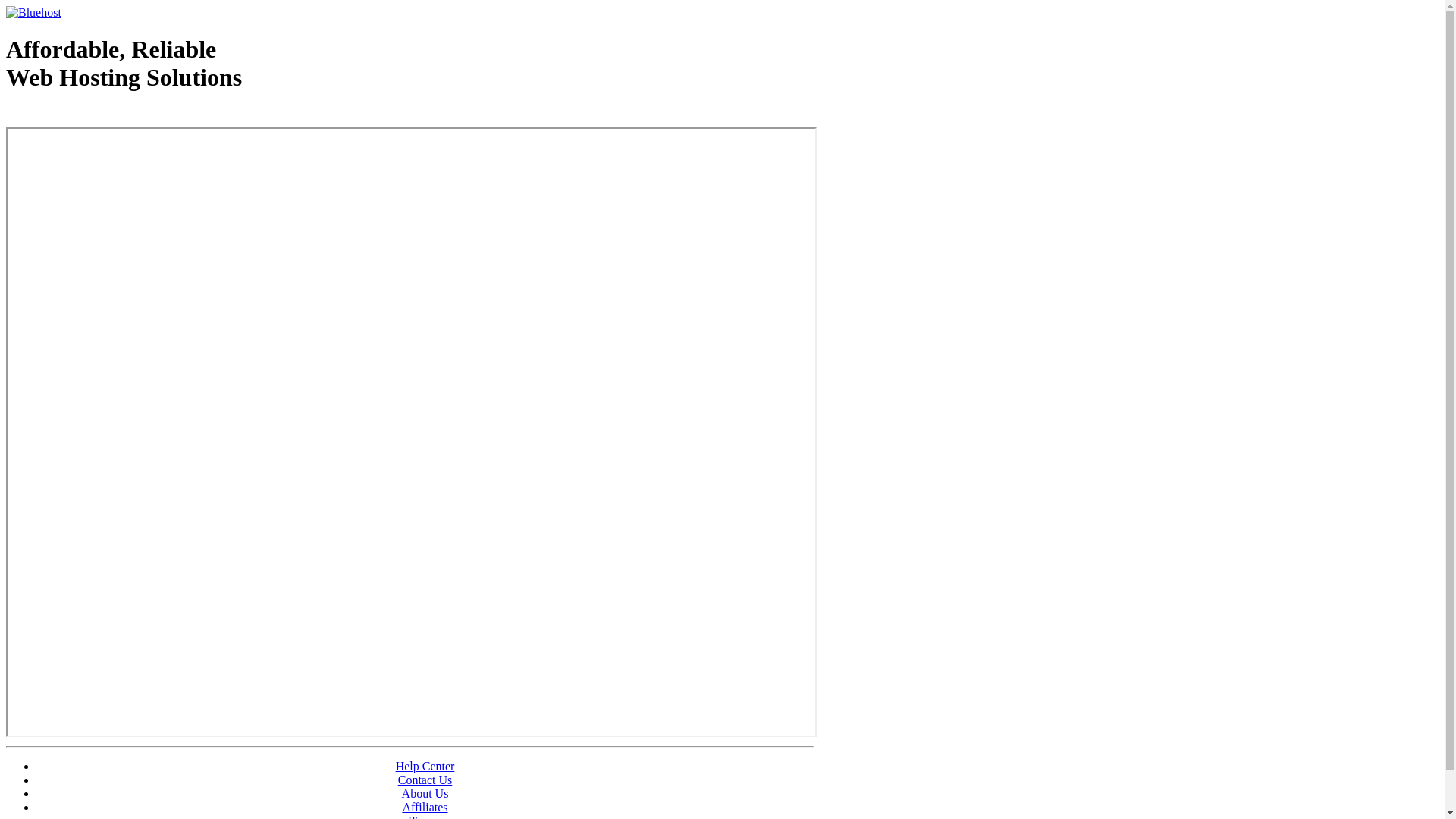 The width and height of the screenshot is (1456, 819). I want to click on 'Contact Us', so click(397, 780).